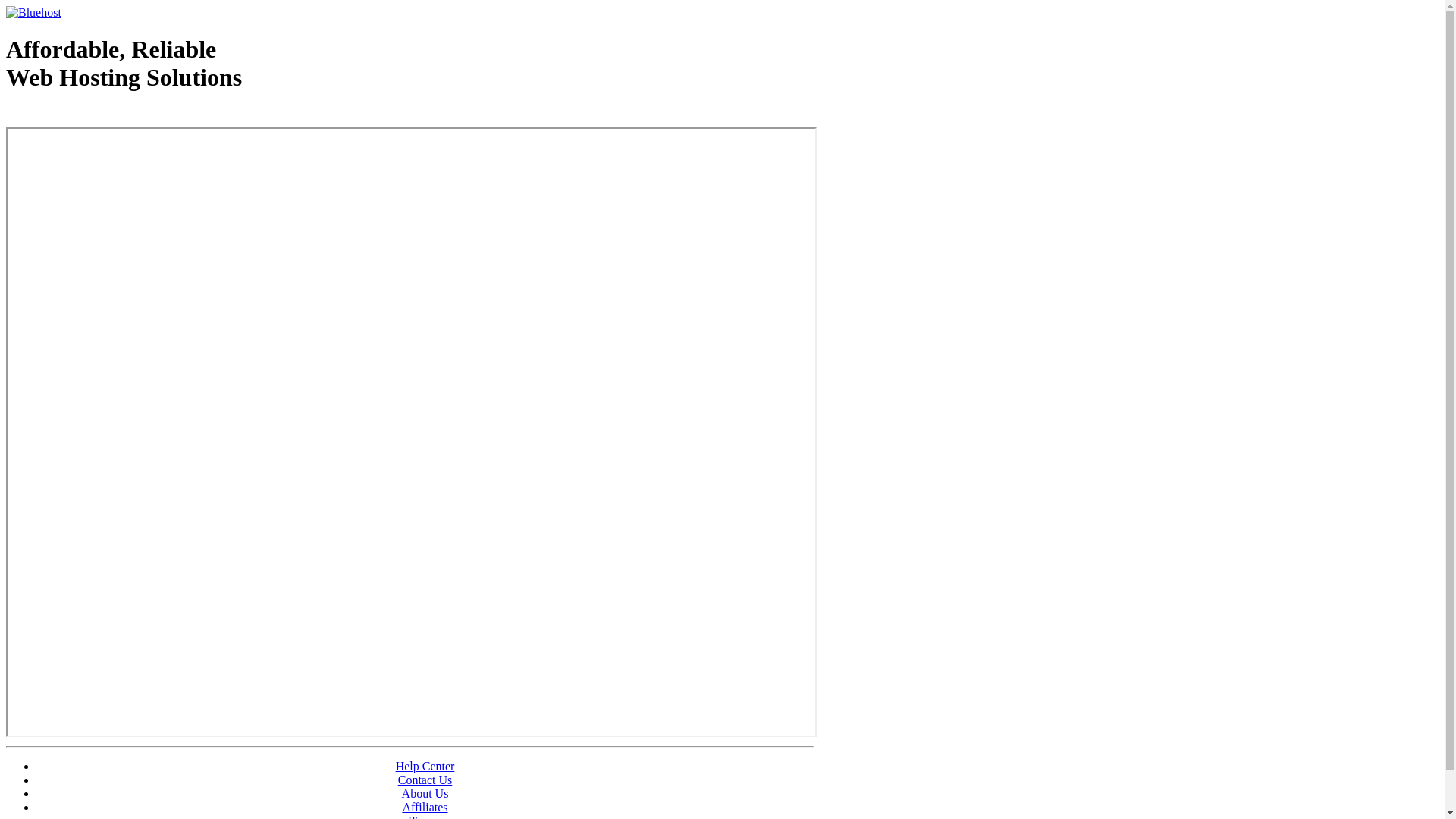 The width and height of the screenshot is (1456, 819). I want to click on 'Contact Us', so click(397, 780).